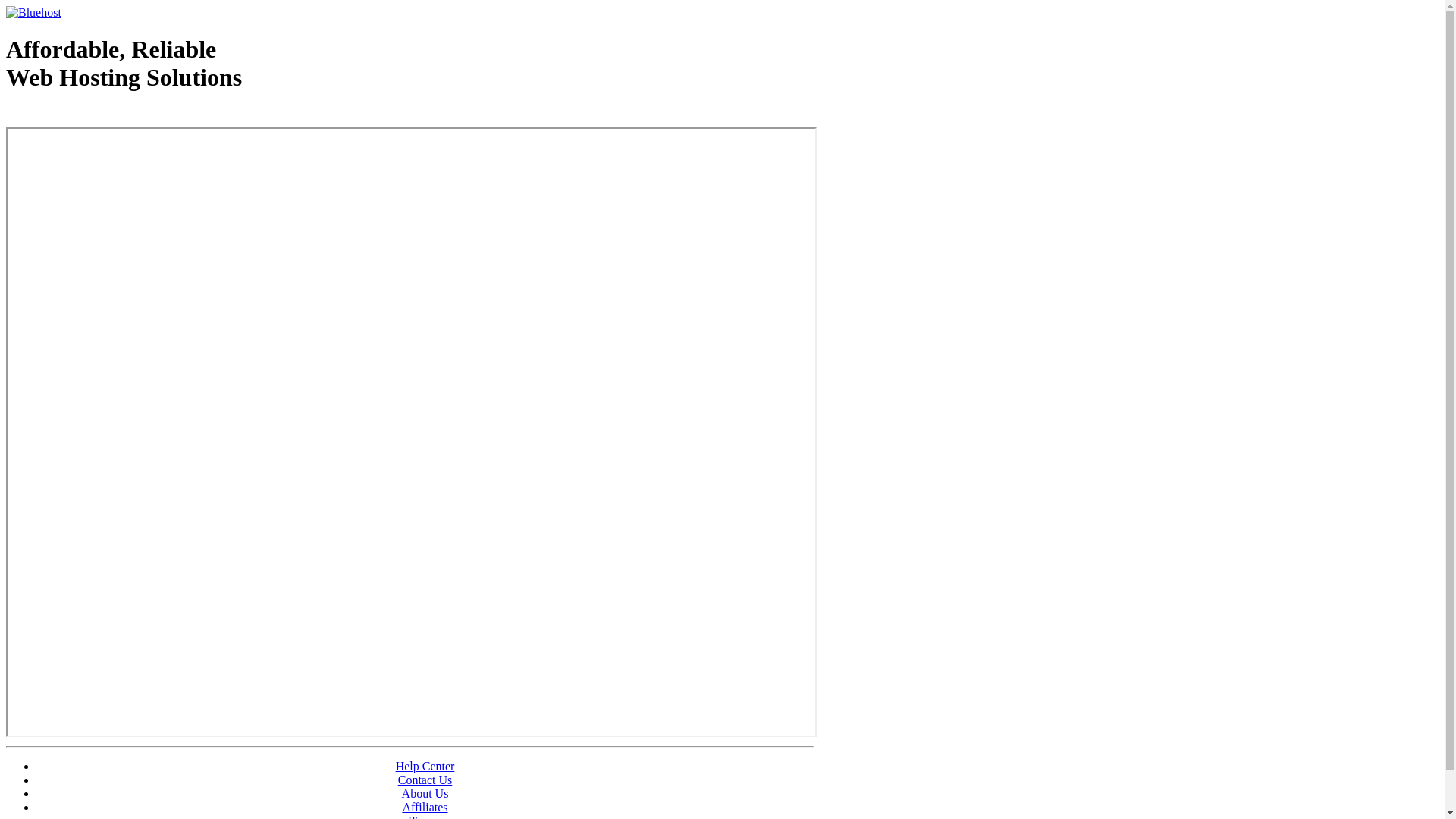 The width and height of the screenshot is (1456, 819). I want to click on 'Contact Us', so click(397, 780).